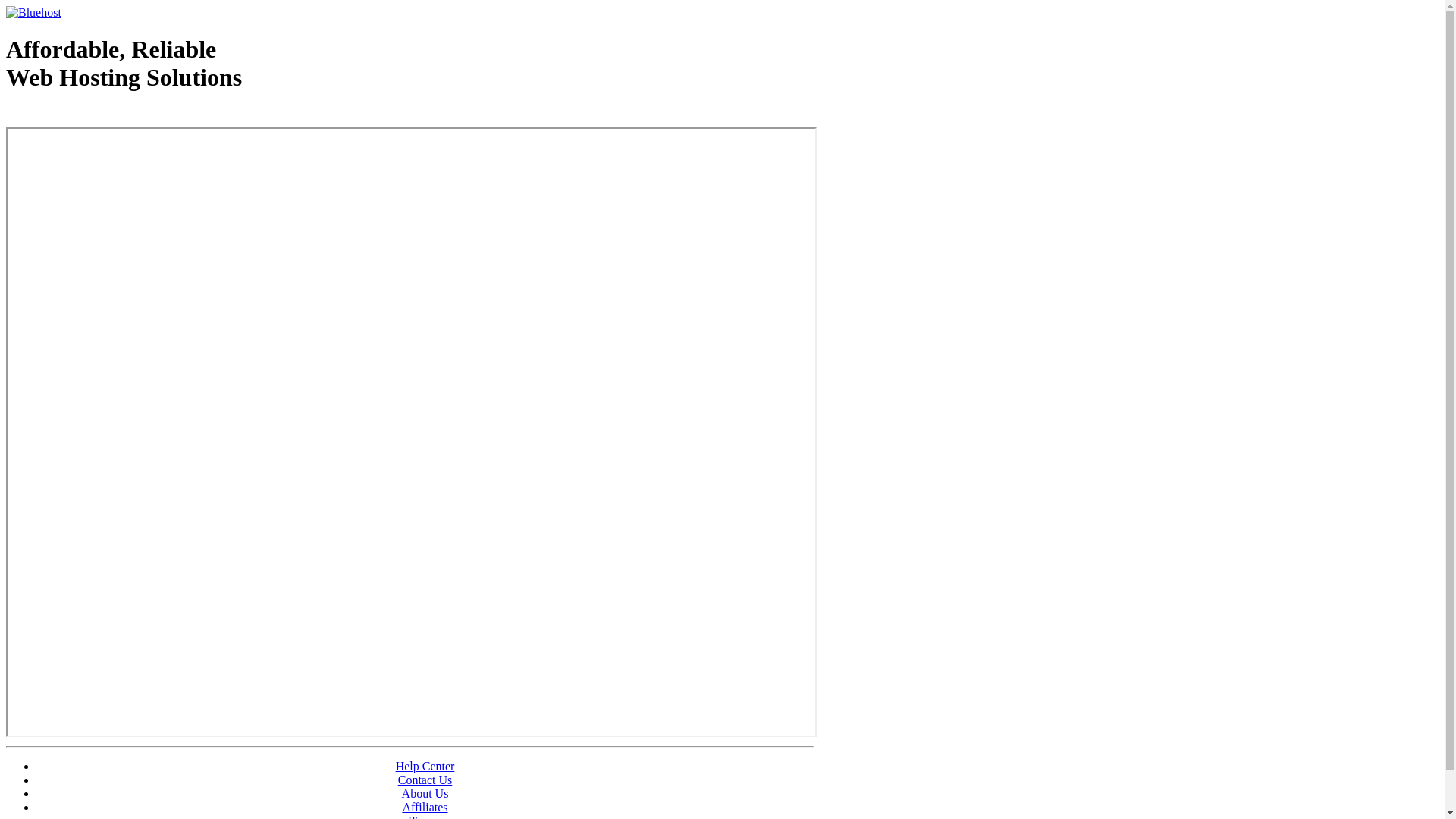 The width and height of the screenshot is (1456, 819). I want to click on 'Contact Us', so click(397, 780).